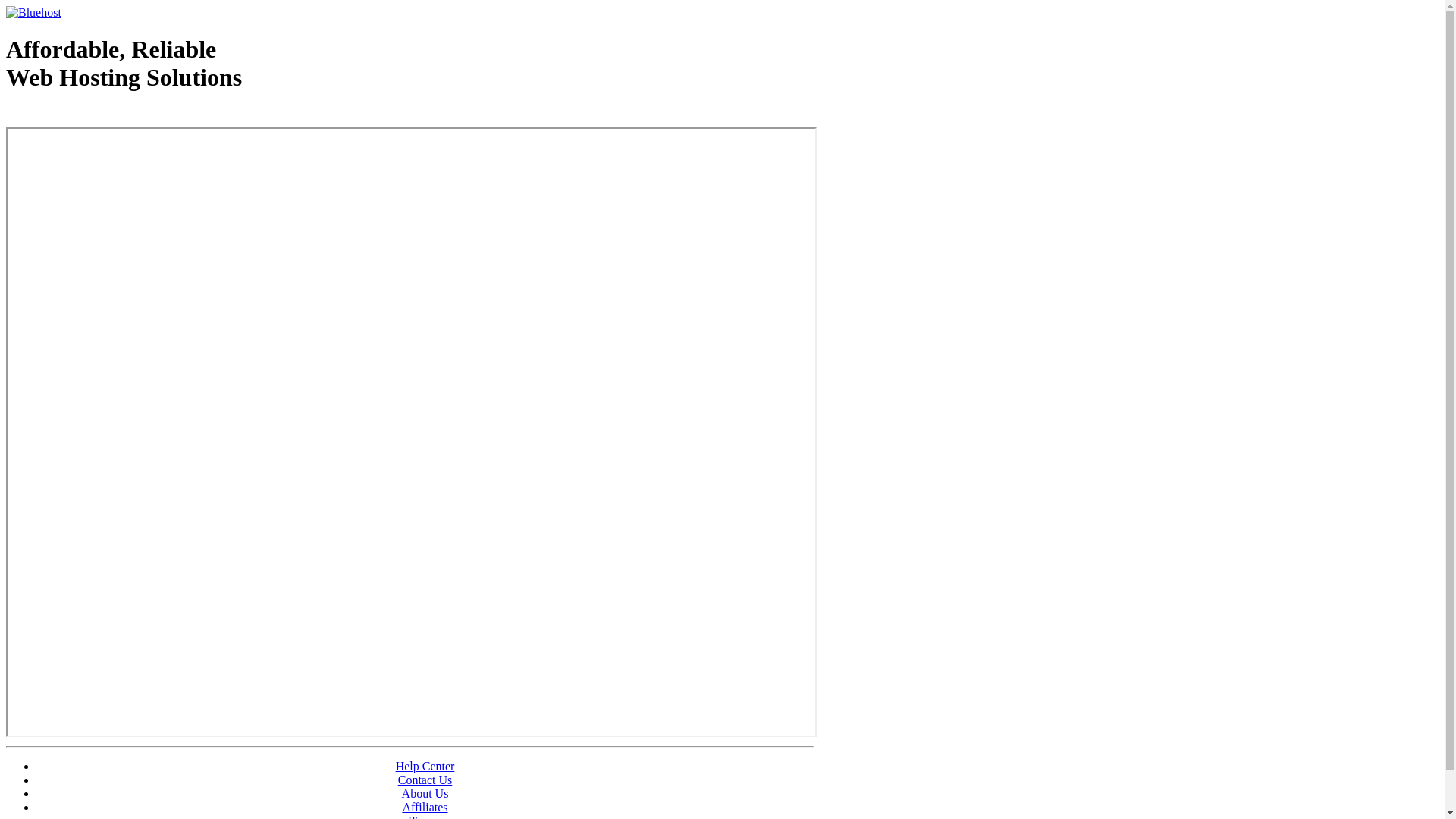 The width and height of the screenshot is (1456, 819). I want to click on 'Contact Us', so click(397, 780).